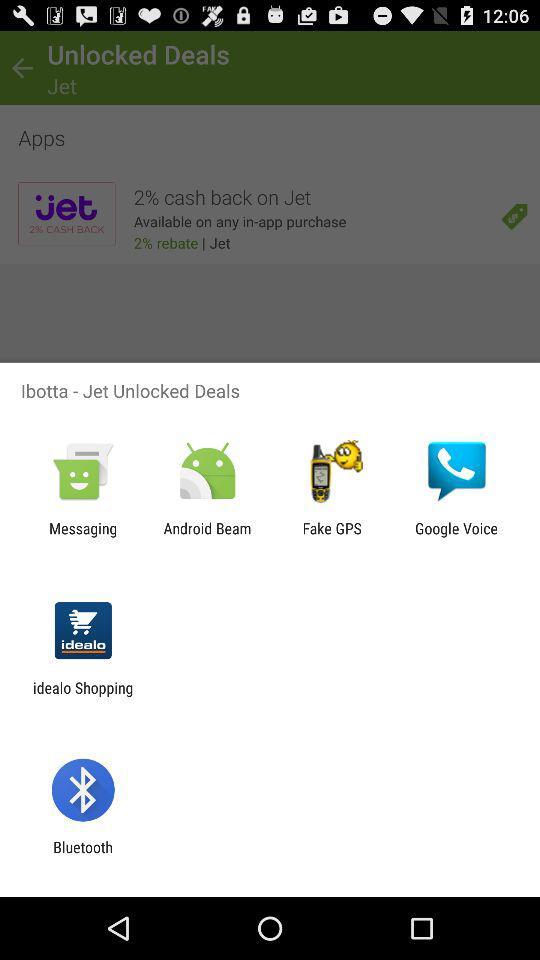  Describe the element at coordinates (82, 536) in the screenshot. I see `messaging` at that location.